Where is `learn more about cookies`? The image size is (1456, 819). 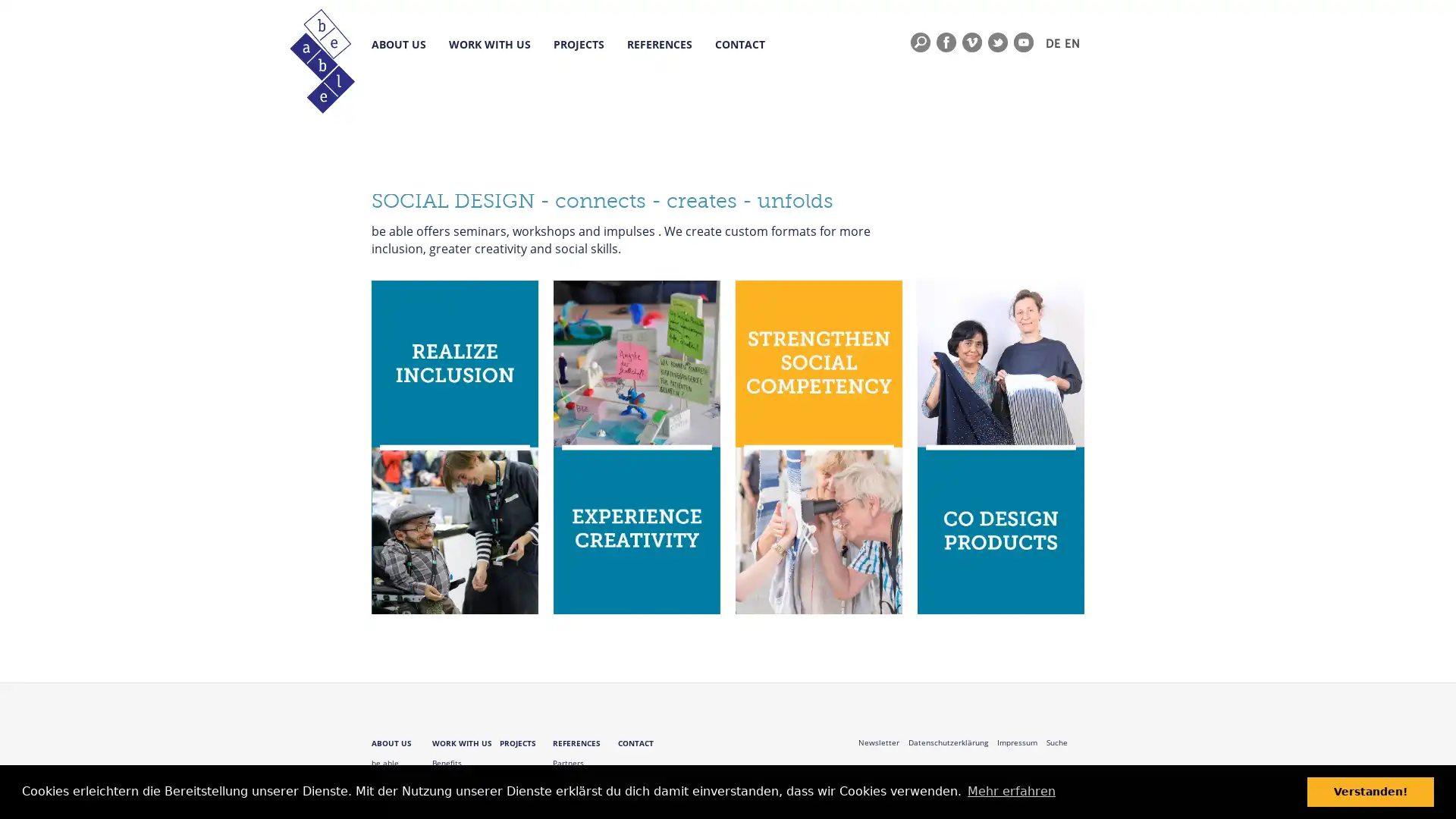 learn more about cookies is located at coordinates (1011, 791).